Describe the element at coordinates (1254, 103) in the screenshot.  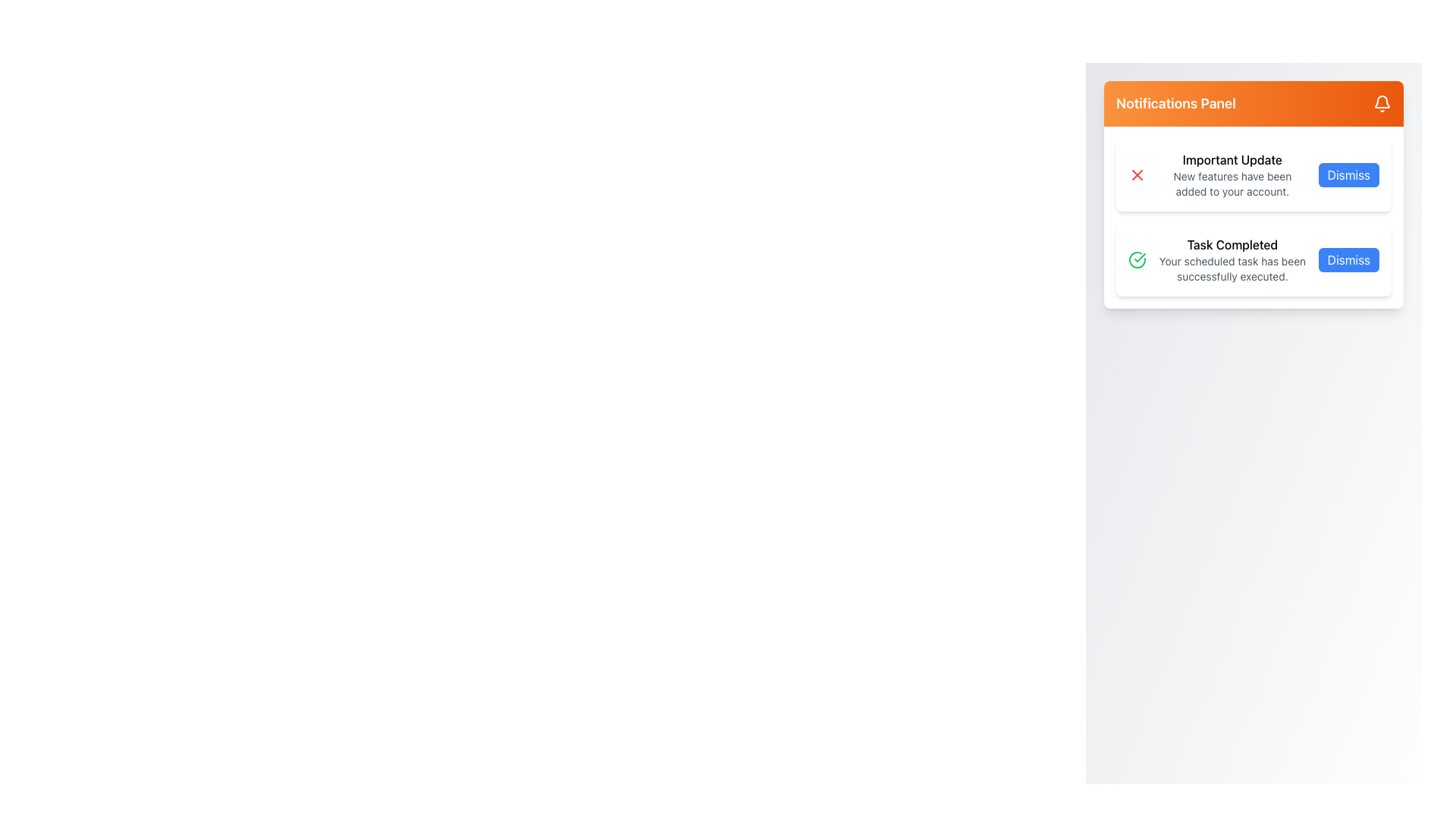
I see `title of the header bar that displays 'Notifications Panel' with a gradient background from orange to red` at that location.